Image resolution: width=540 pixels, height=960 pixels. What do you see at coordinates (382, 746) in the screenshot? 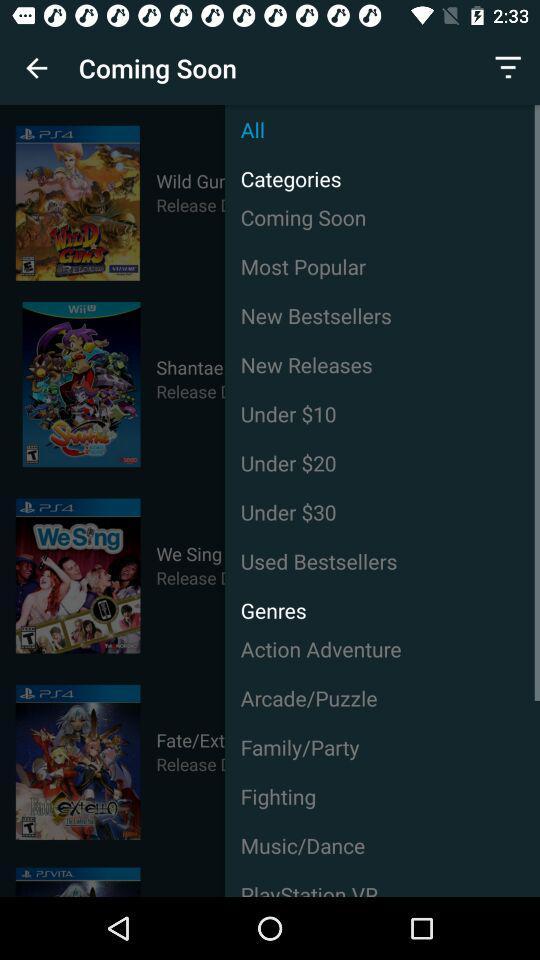
I see `the icon above fighting icon` at bounding box center [382, 746].